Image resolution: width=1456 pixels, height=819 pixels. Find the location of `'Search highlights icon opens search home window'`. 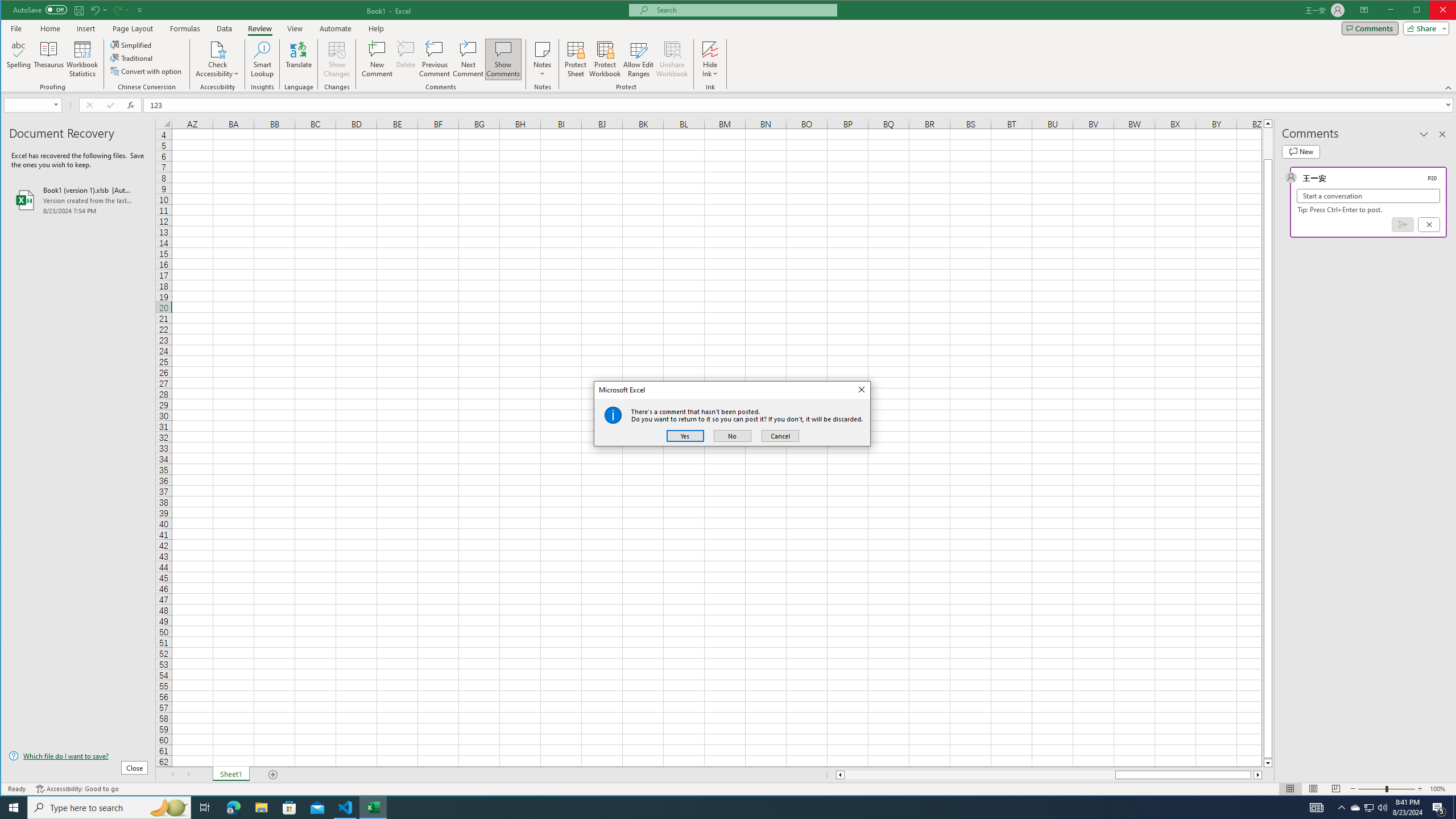

'Search highlights icon opens search home window' is located at coordinates (167, 806).